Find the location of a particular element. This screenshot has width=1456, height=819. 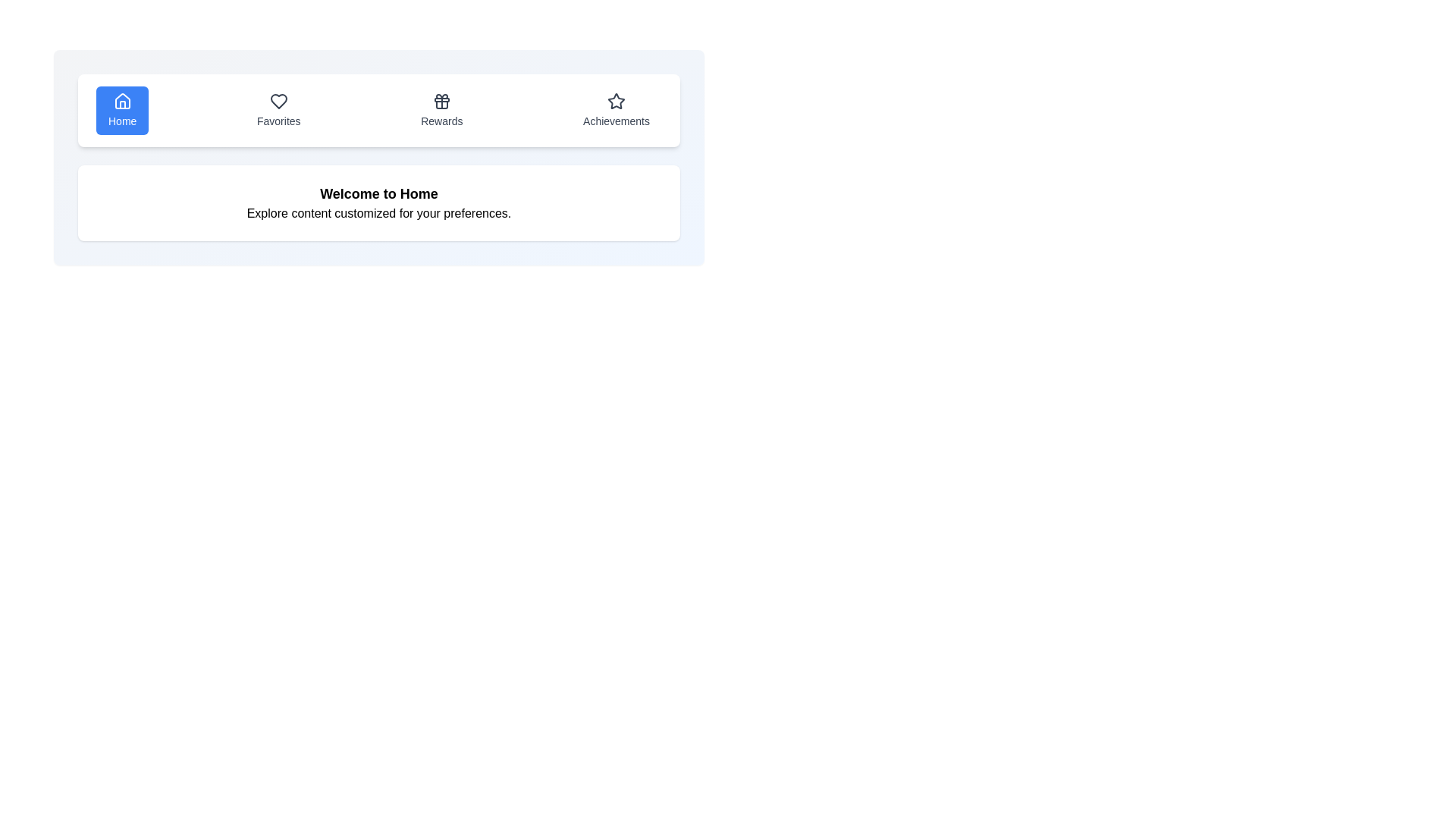

the 'Achievements' button, which is the fourth button in the navigation bar featuring a star icon above the label 'Achievements' is located at coordinates (617, 110).